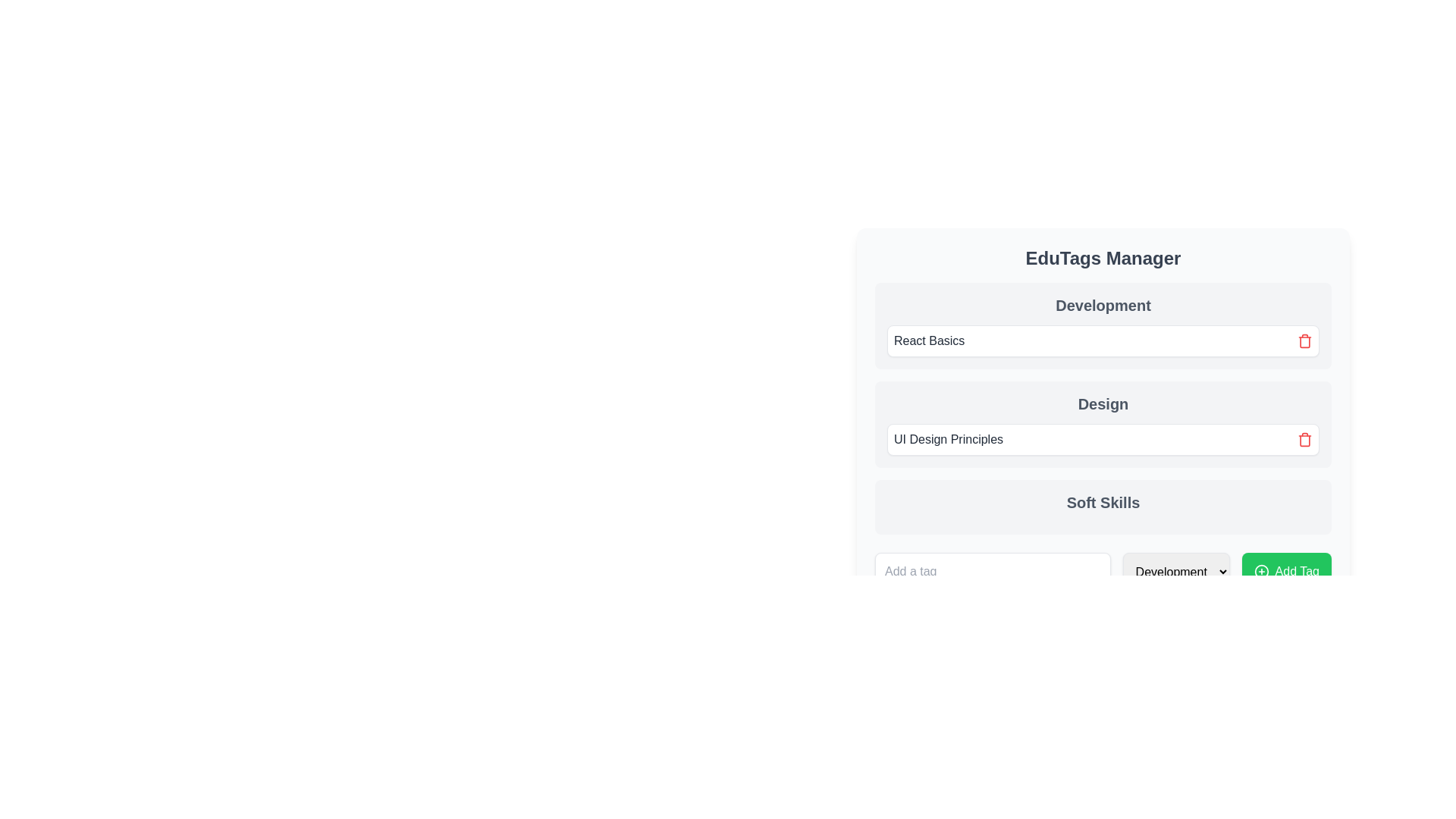 The image size is (1456, 819). I want to click on the text label element displaying 'React Basics' located under the 'Development' header, so click(928, 341).